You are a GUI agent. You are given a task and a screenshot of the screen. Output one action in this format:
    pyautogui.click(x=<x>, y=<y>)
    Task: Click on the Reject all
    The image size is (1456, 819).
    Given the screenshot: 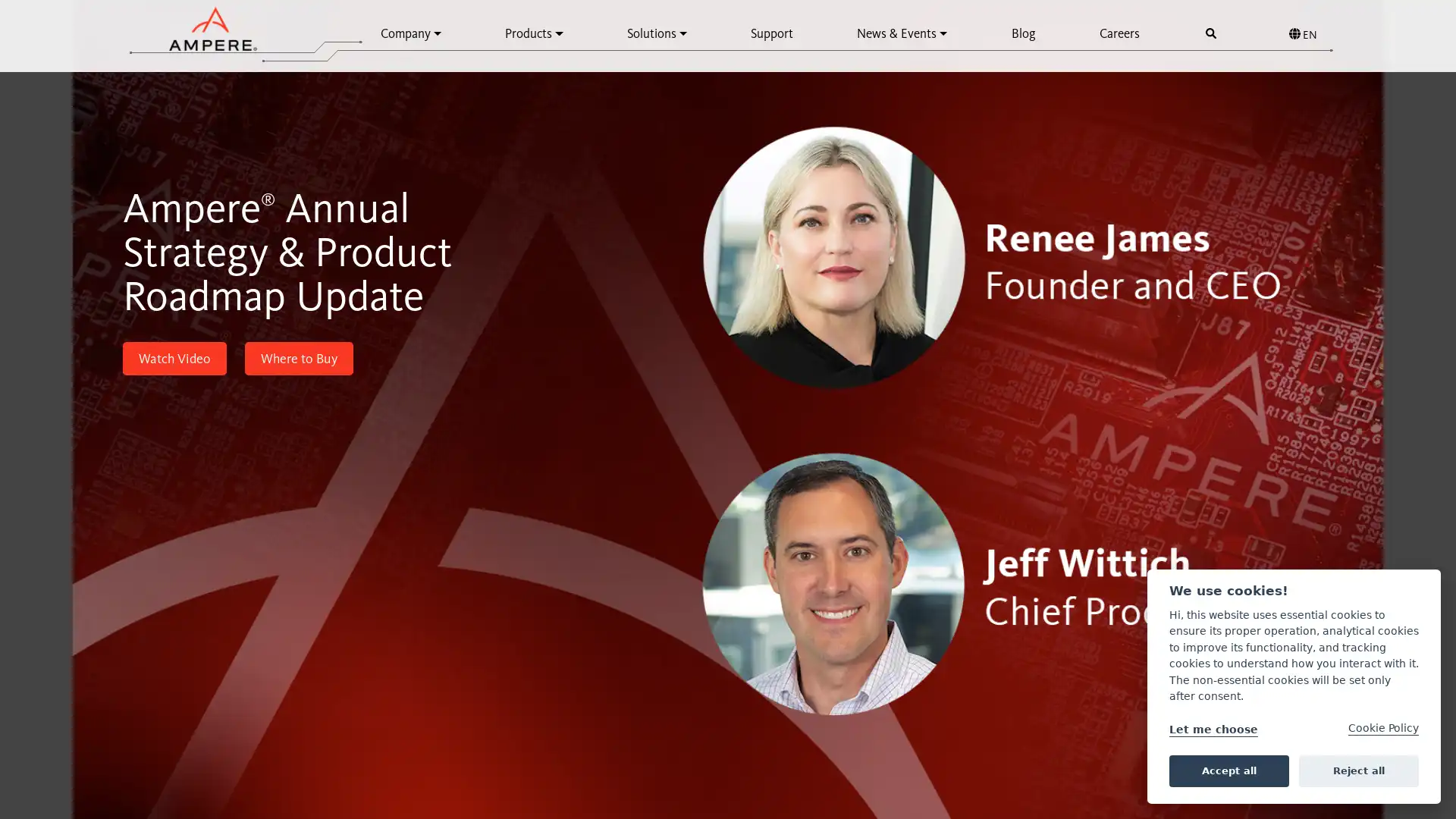 What is the action you would take?
    pyautogui.click(x=1358, y=770)
    